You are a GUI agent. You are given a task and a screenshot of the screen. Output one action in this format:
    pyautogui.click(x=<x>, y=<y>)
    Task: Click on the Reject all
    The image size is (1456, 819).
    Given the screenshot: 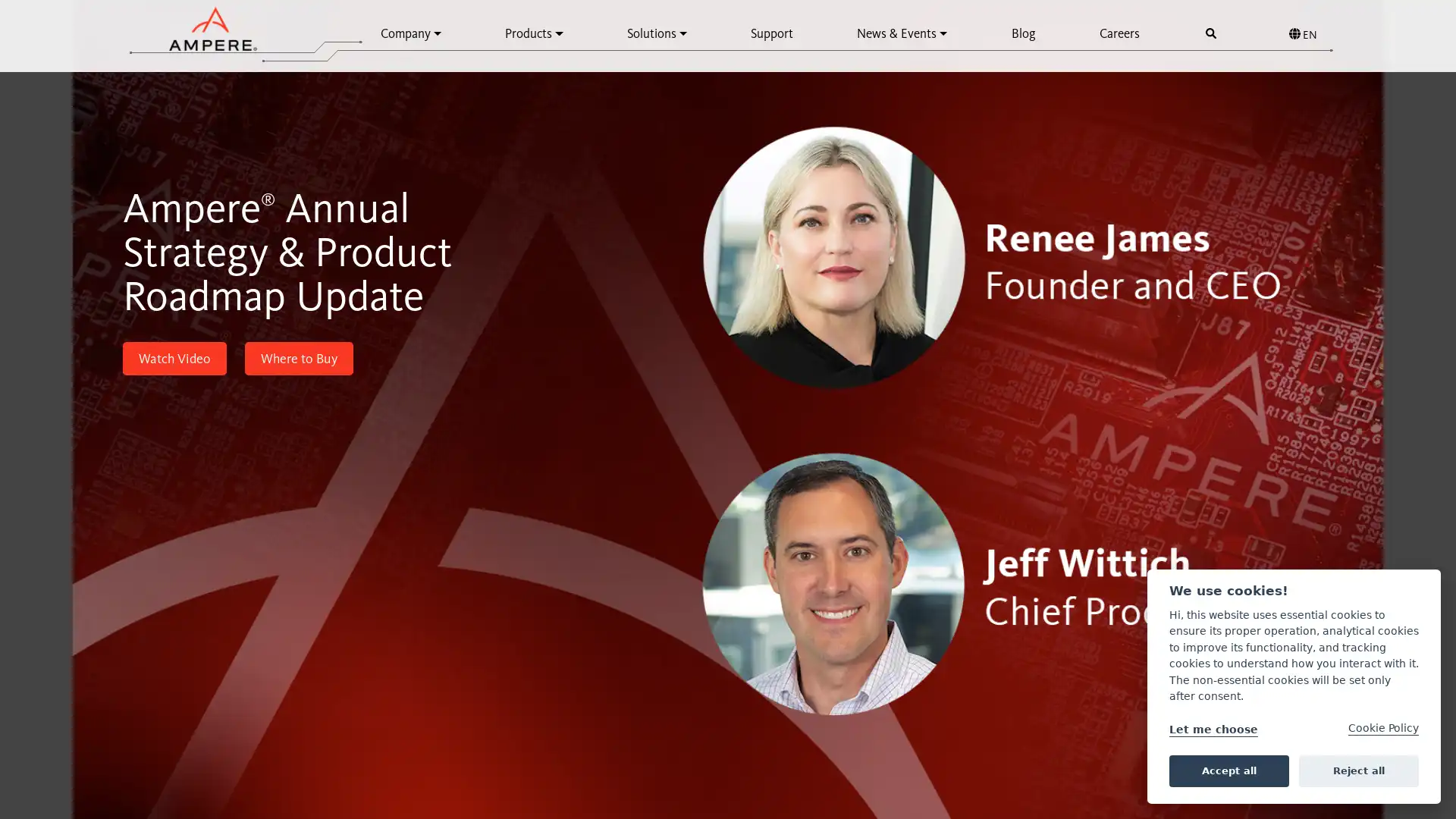 What is the action you would take?
    pyautogui.click(x=1358, y=770)
    